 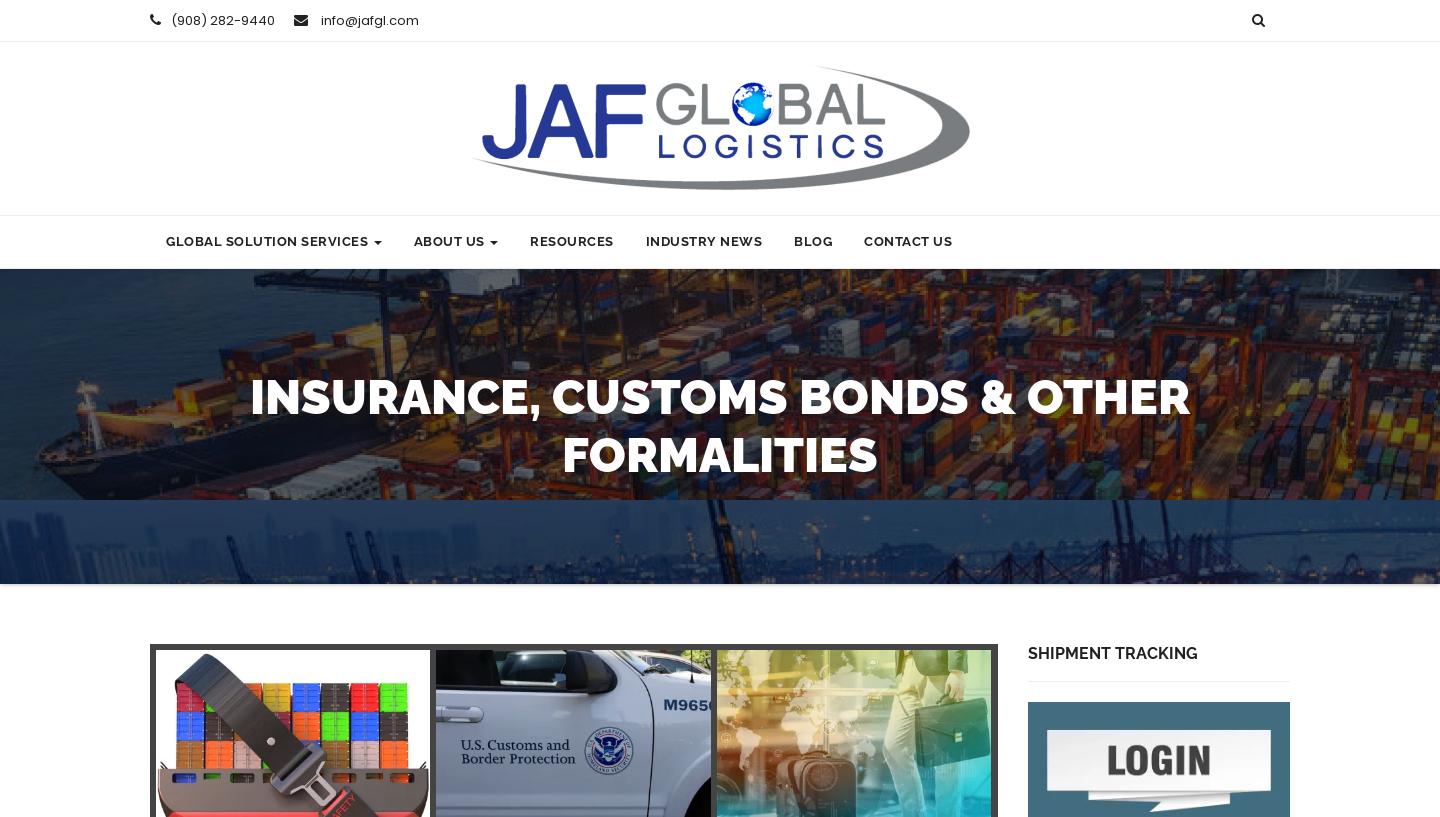 What do you see at coordinates (863, 240) in the screenshot?
I see `'Contact Us'` at bounding box center [863, 240].